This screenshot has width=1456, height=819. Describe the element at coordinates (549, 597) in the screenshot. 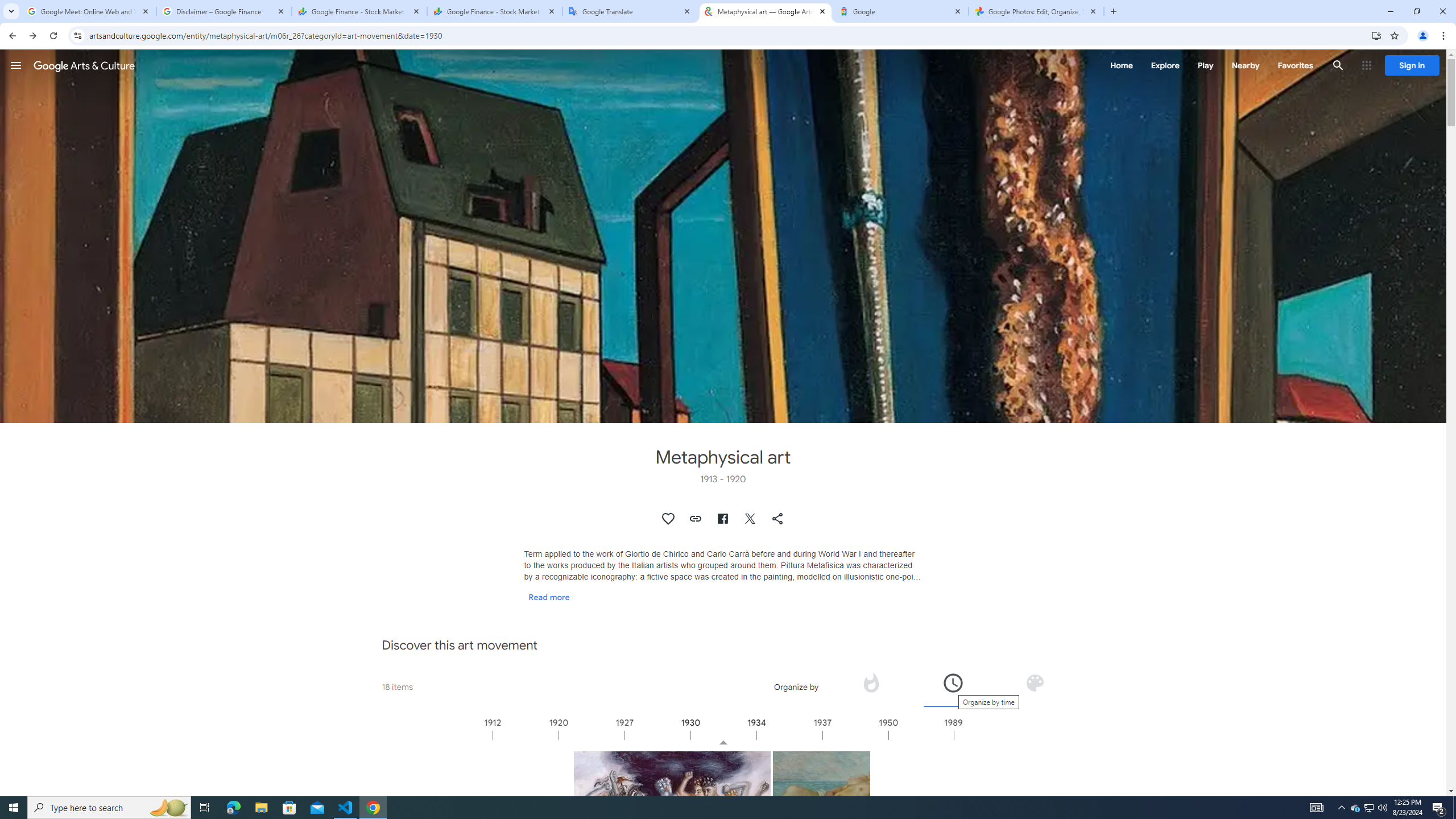

I see `'Read more'` at that location.